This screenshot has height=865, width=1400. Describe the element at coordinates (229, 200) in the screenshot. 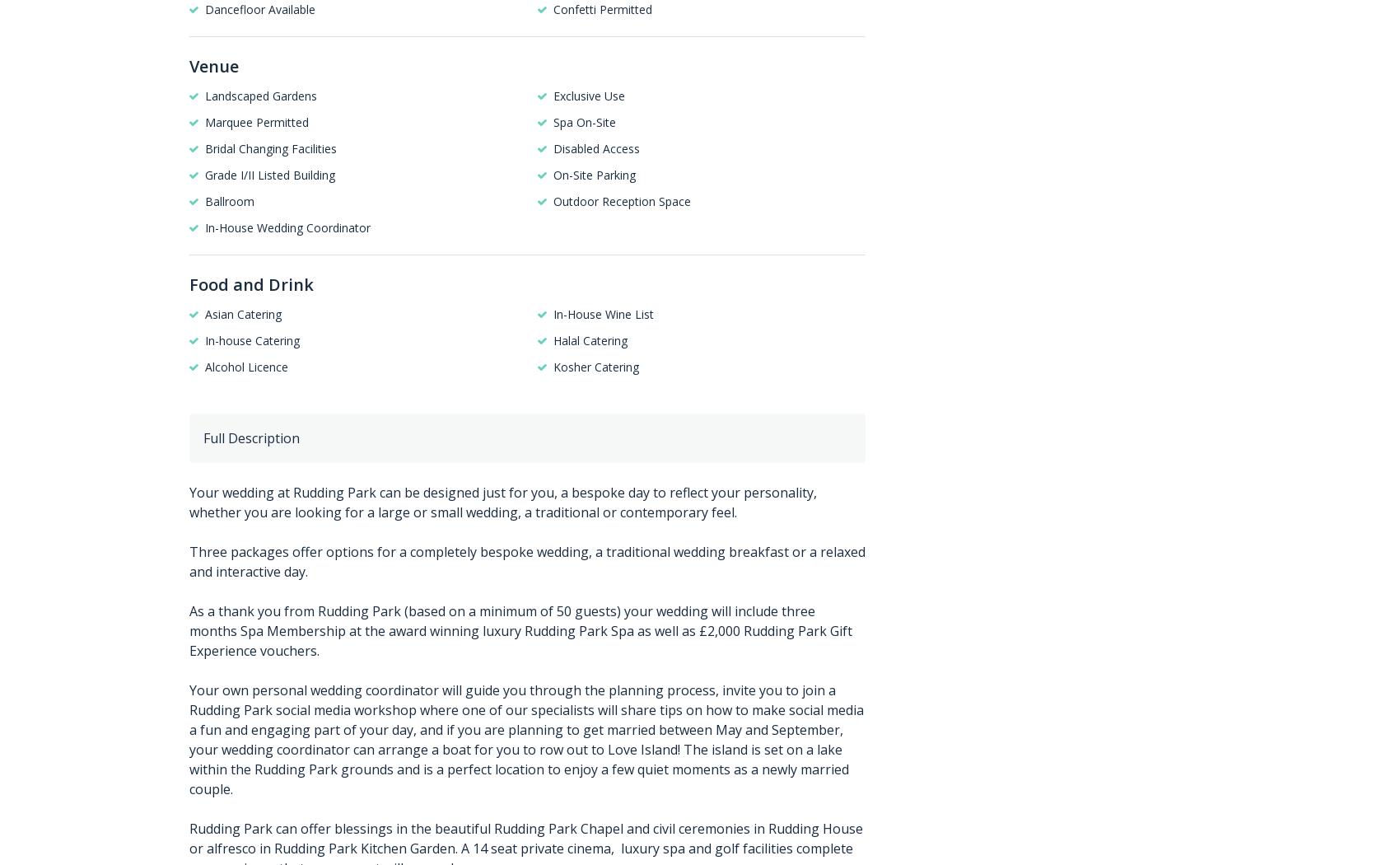

I see `'Ballroom'` at that location.